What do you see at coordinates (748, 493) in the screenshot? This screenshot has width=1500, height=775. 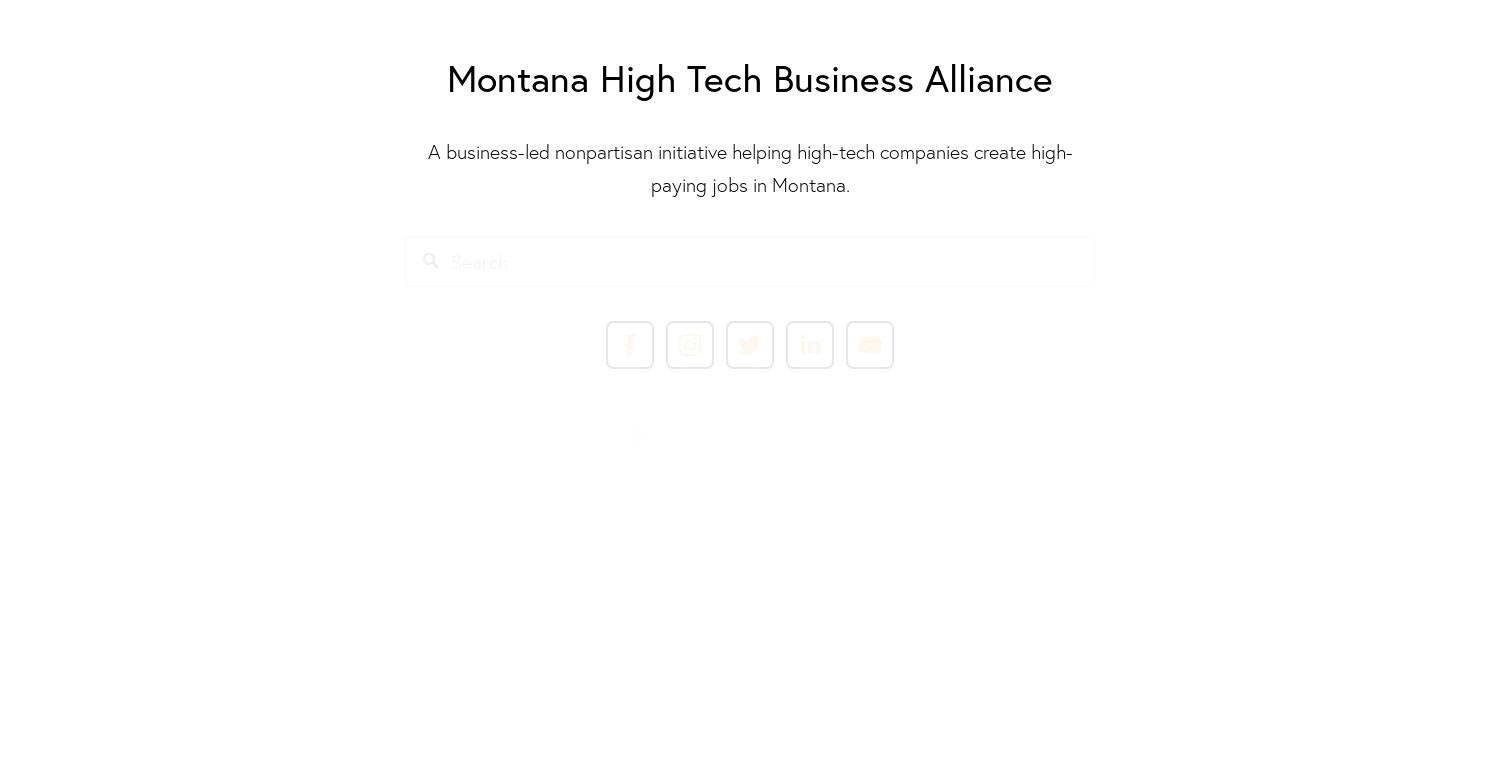 I see `'Join the Alliance'` at bounding box center [748, 493].